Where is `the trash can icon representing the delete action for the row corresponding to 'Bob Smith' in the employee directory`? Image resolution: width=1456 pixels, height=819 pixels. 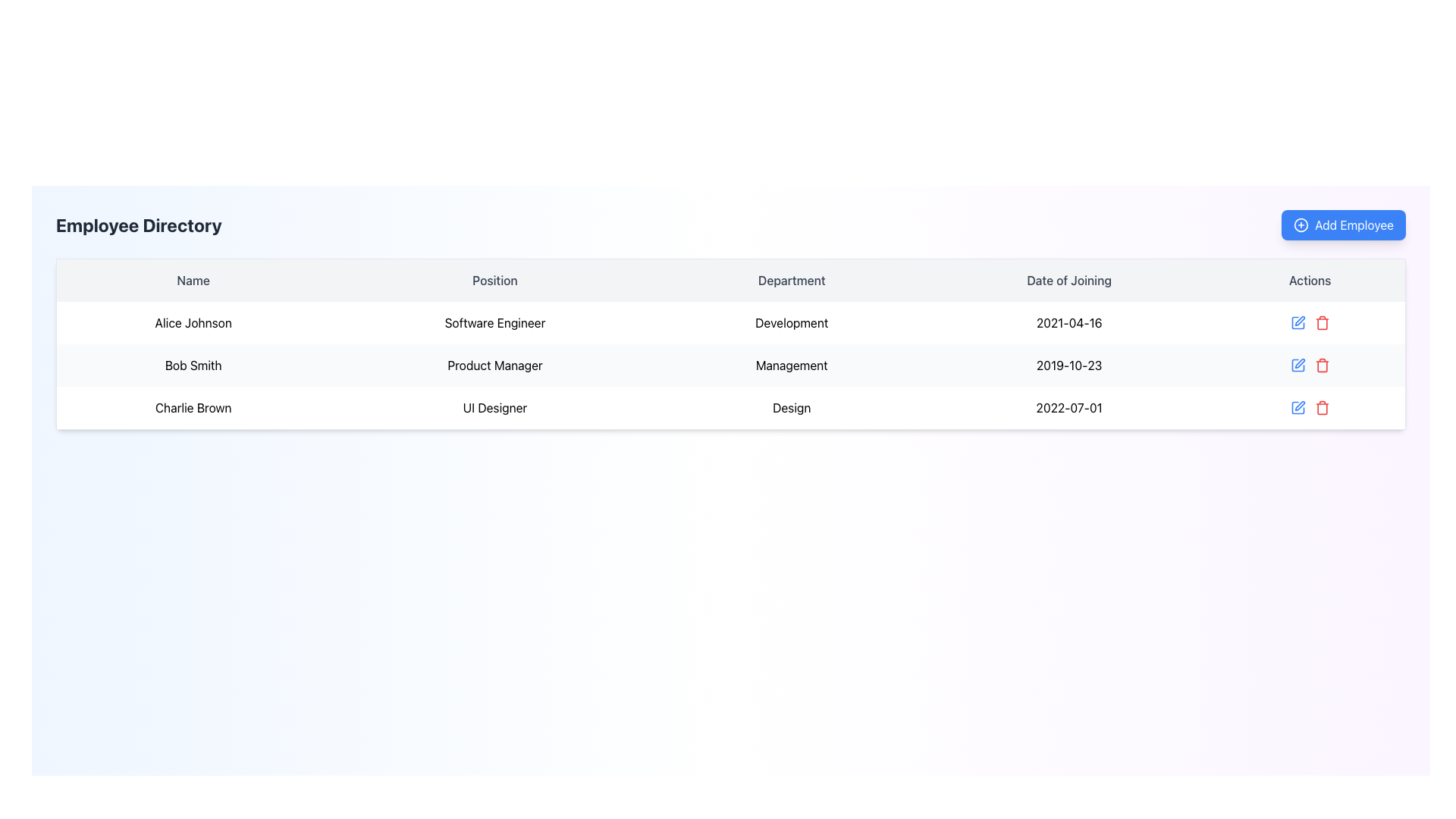 the trash can icon representing the delete action for the row corresponding to 'Bob Smith' in the employee directory is located at coordinates (1321, 366).